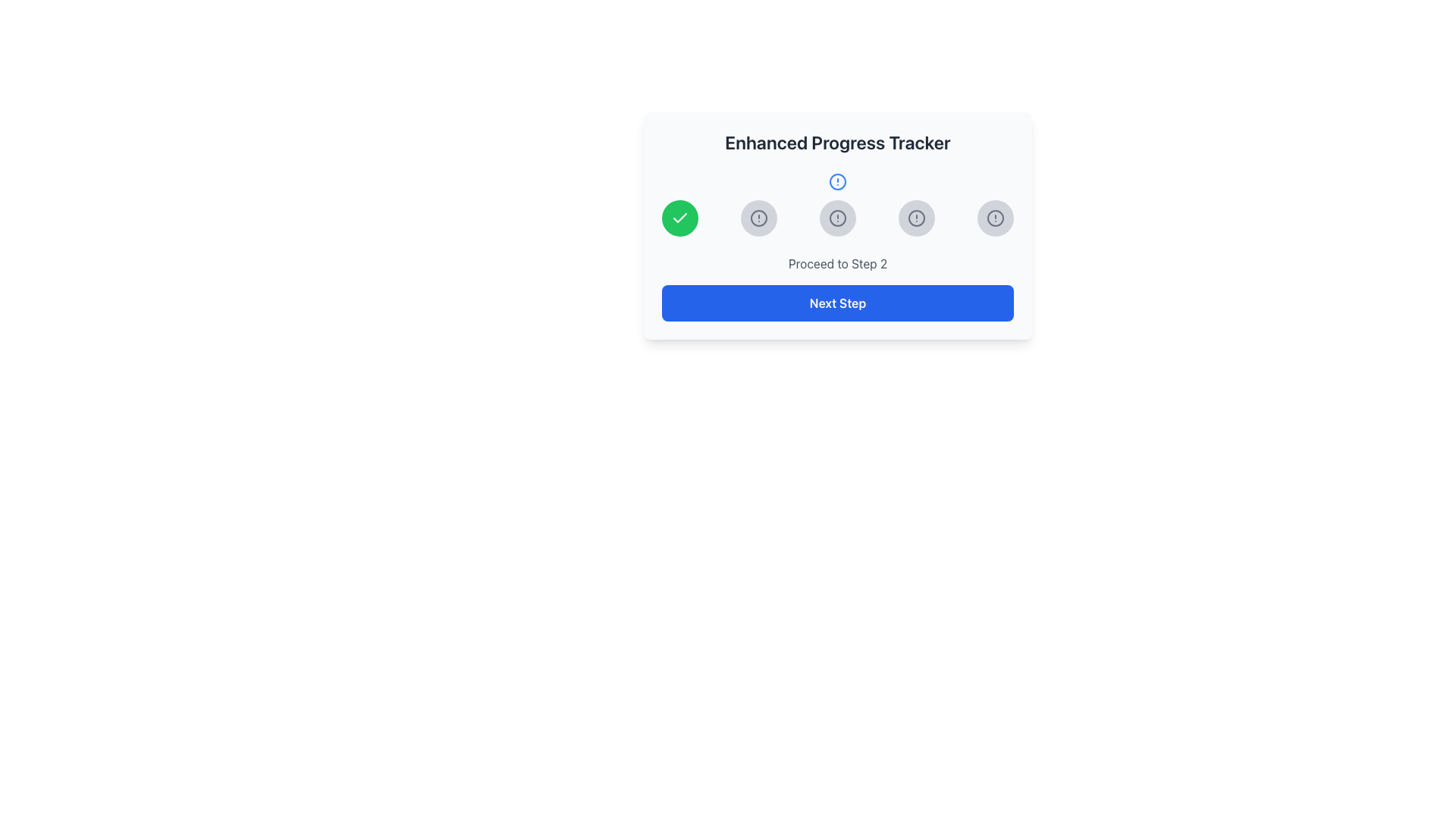 This screenshot has height=819, width=1456. I want to click on the blue circular outline of the alert icon located under the label 'Enhanced Progress Tracker', so click(836, 180).